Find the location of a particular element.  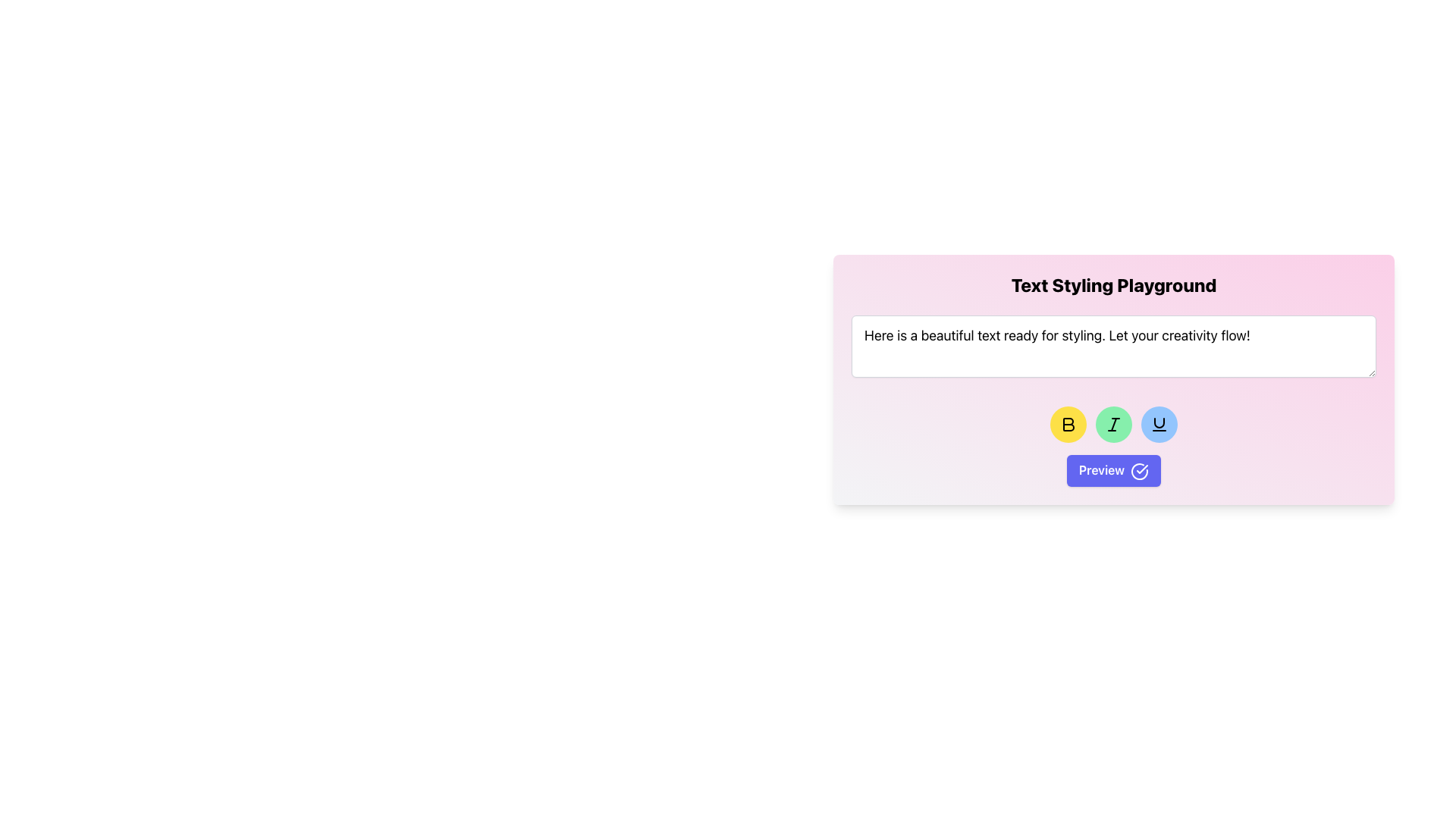

the rectangular text box displaying 'Here is a beautiful text ready for styling. Let your creativity flow!' is located at coordinates (1113, 346).